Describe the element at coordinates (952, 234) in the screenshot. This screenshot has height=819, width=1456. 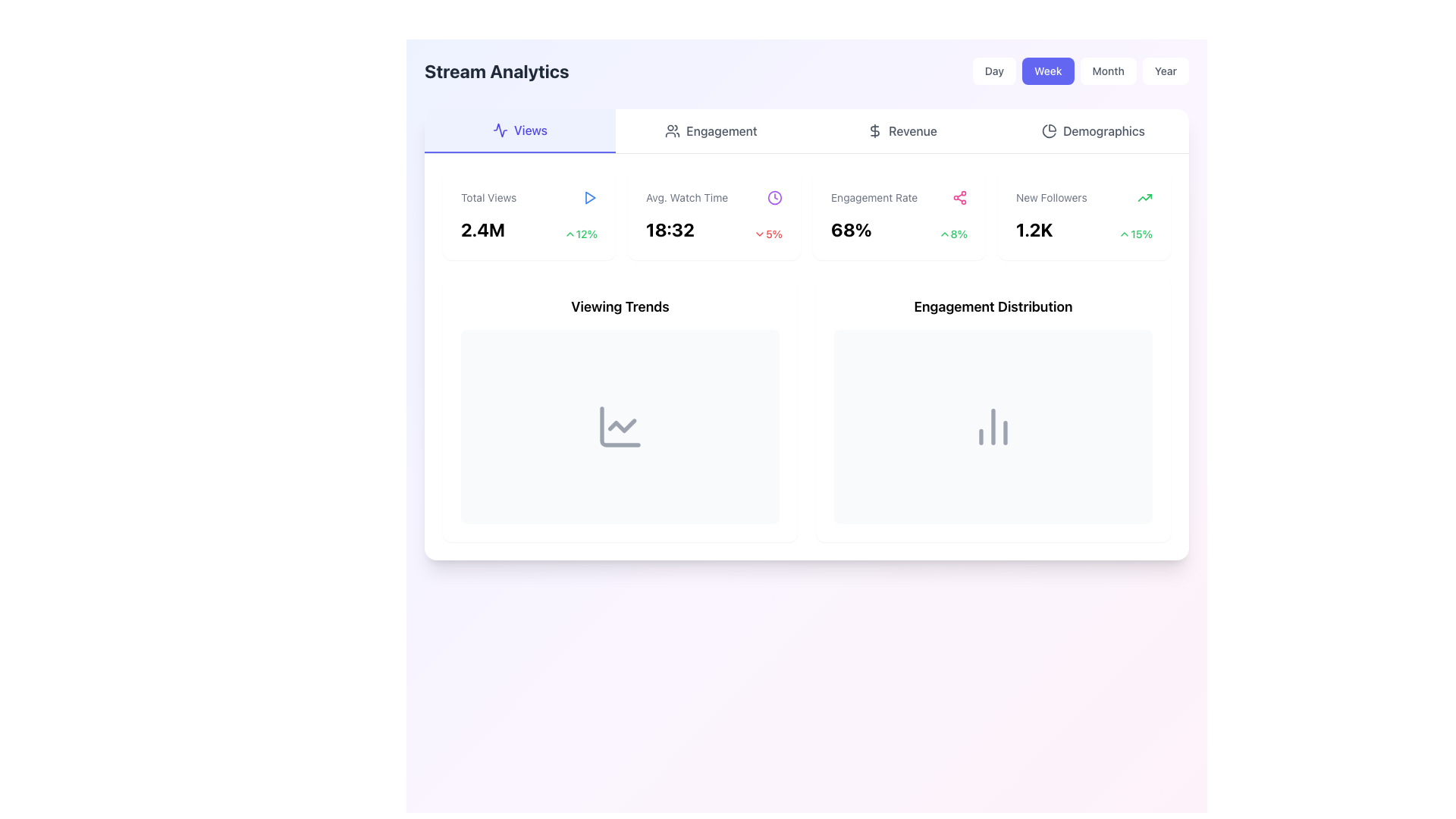
I see `information displayed on the label with the icon that indicates the percentage increase in engagement rate, located in the Engagement Rate card below the '68%' text` at that location.